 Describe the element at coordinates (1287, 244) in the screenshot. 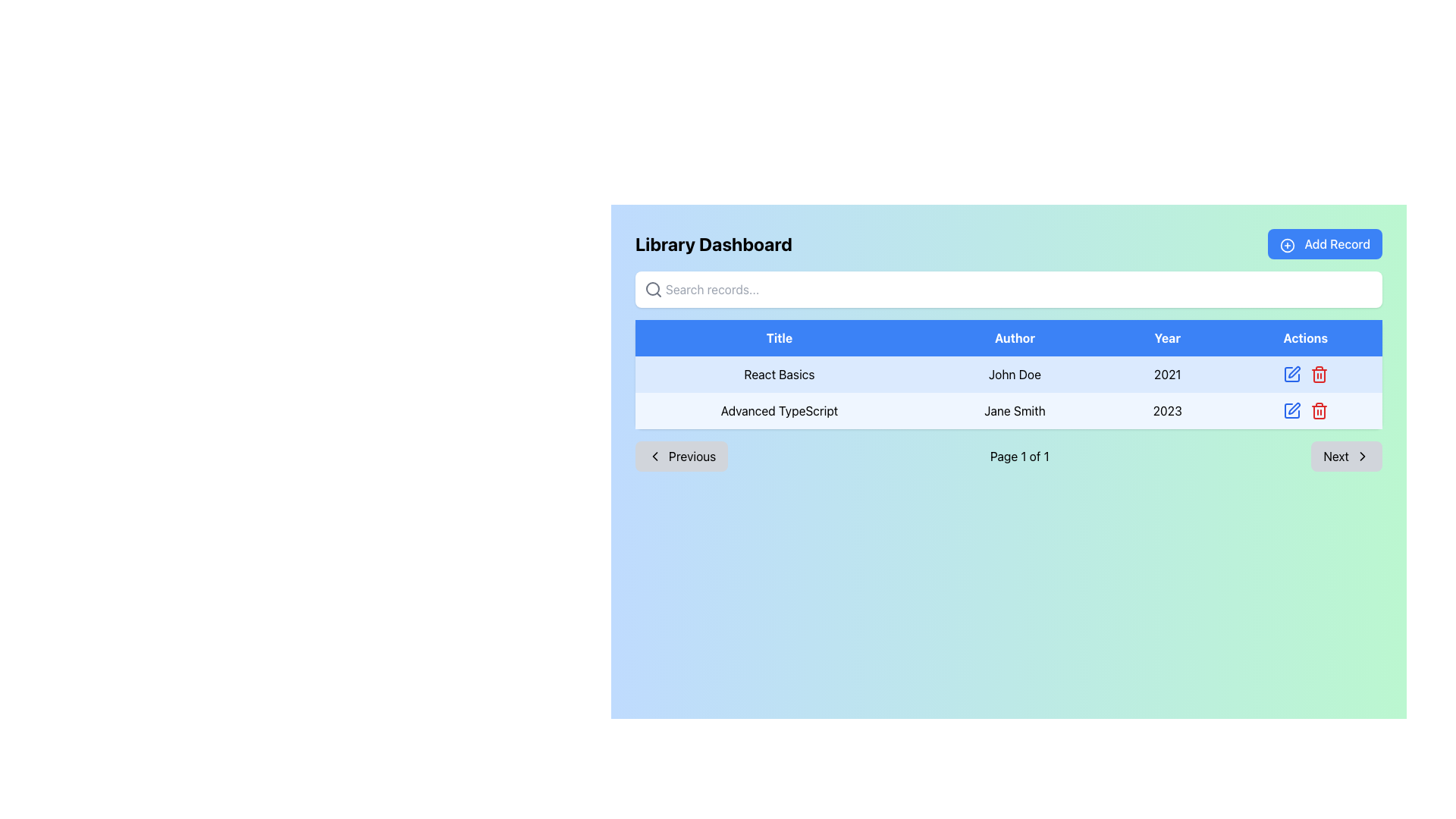

I see `the addition icon located to the left of the 'Add Record' text, which is inside a blue rounded rectangular button` at that location.